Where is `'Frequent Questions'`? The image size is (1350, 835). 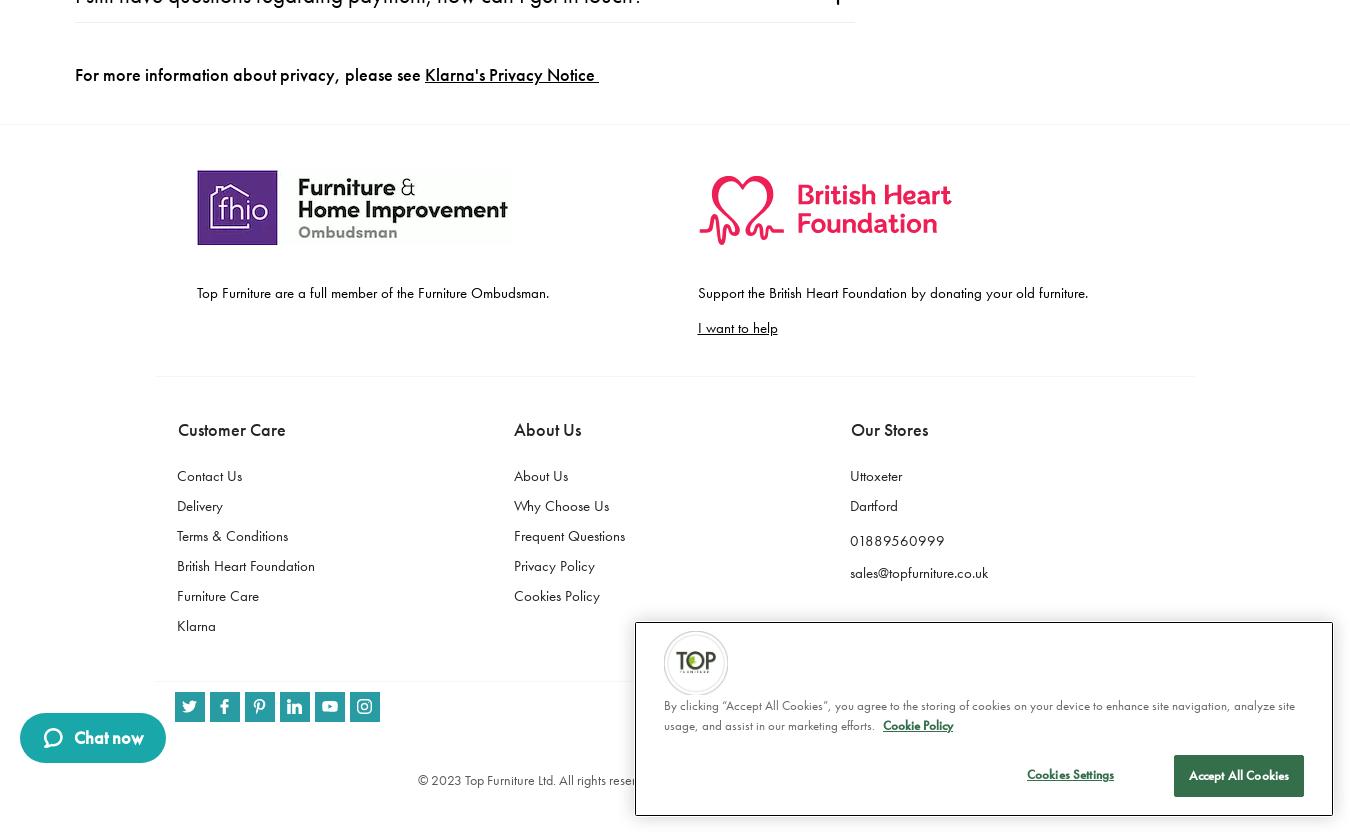
'Frequent Questions' is located at coordinates (568, 32).